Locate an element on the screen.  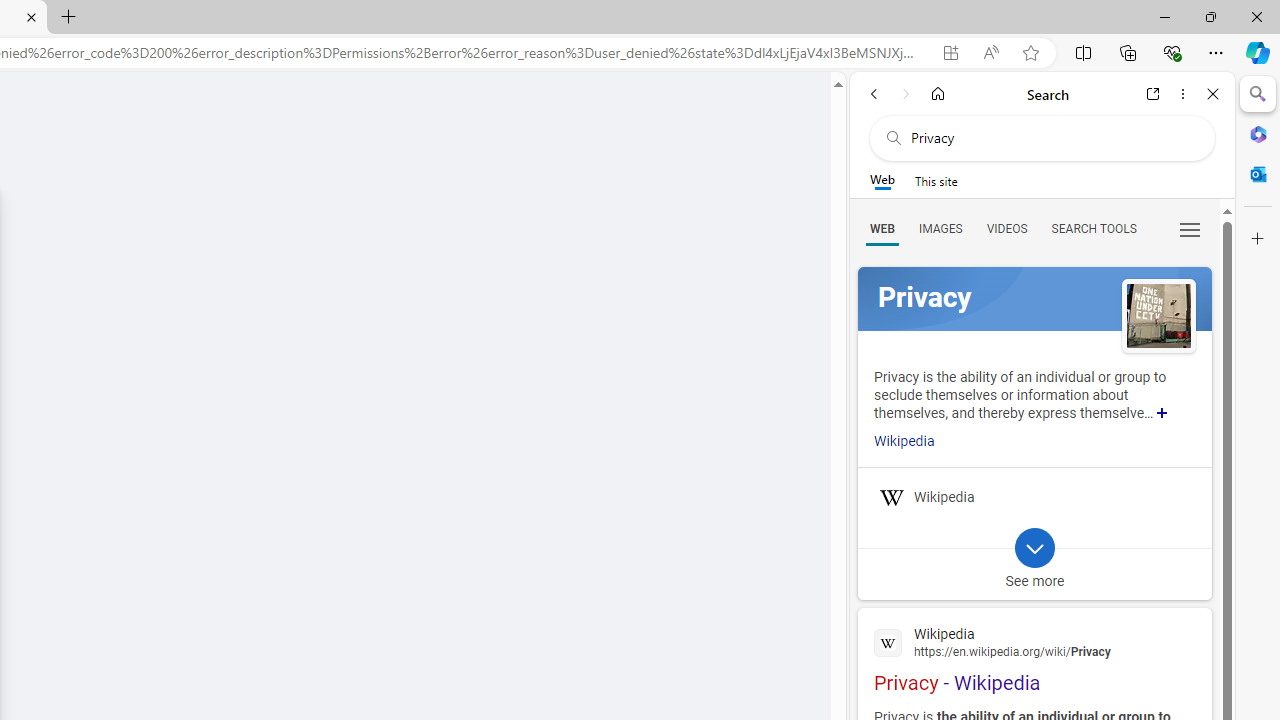
'Preferences' is located at coordinates (1189, 227).